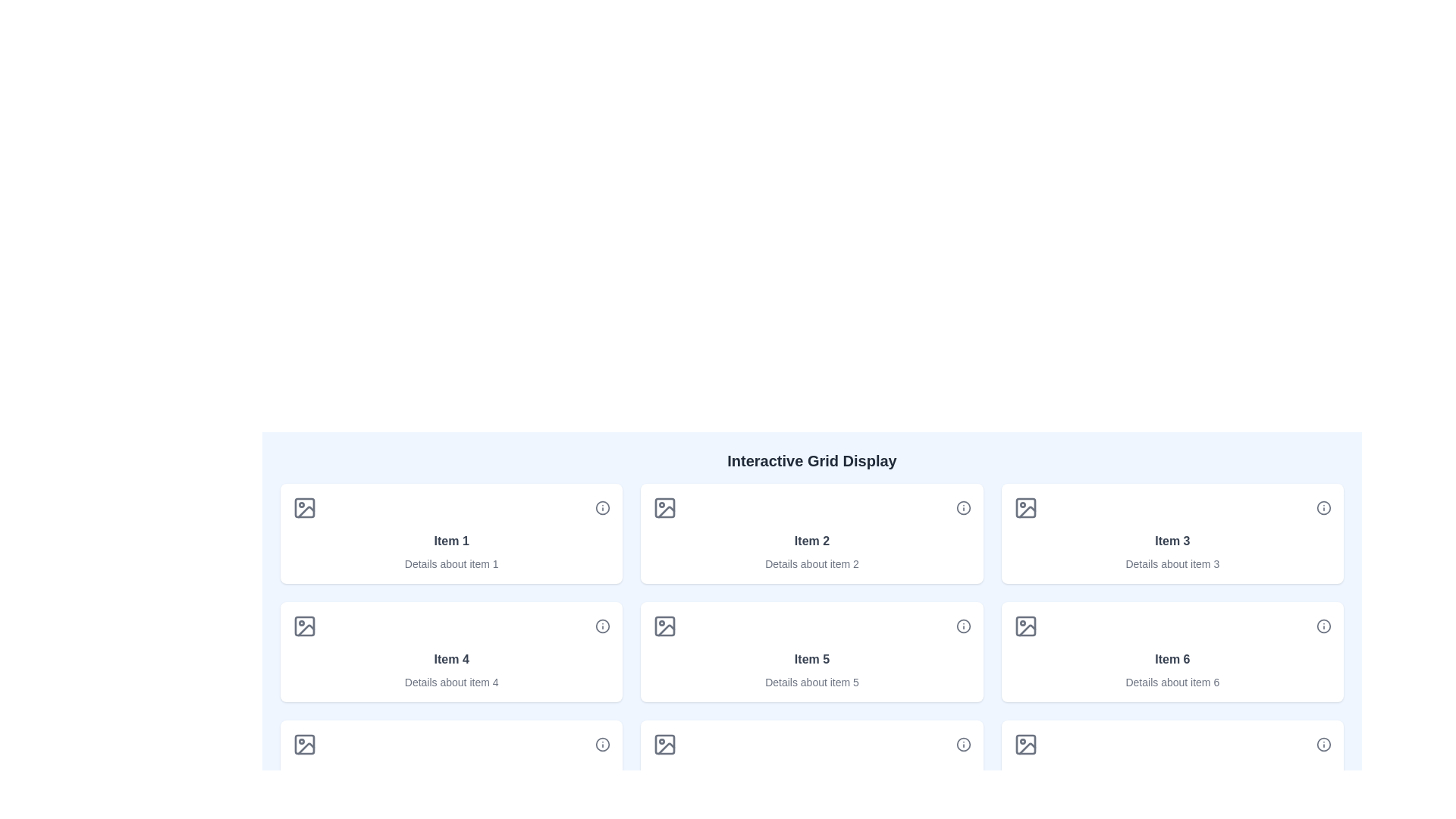  What do you see at coordinates (667, 748) in the screenshot?
I see `the error or empty state SVG icon located in the bottom row and middle column of the interactive grid to interact with its associated functionality` at bounding box center [667, 748].